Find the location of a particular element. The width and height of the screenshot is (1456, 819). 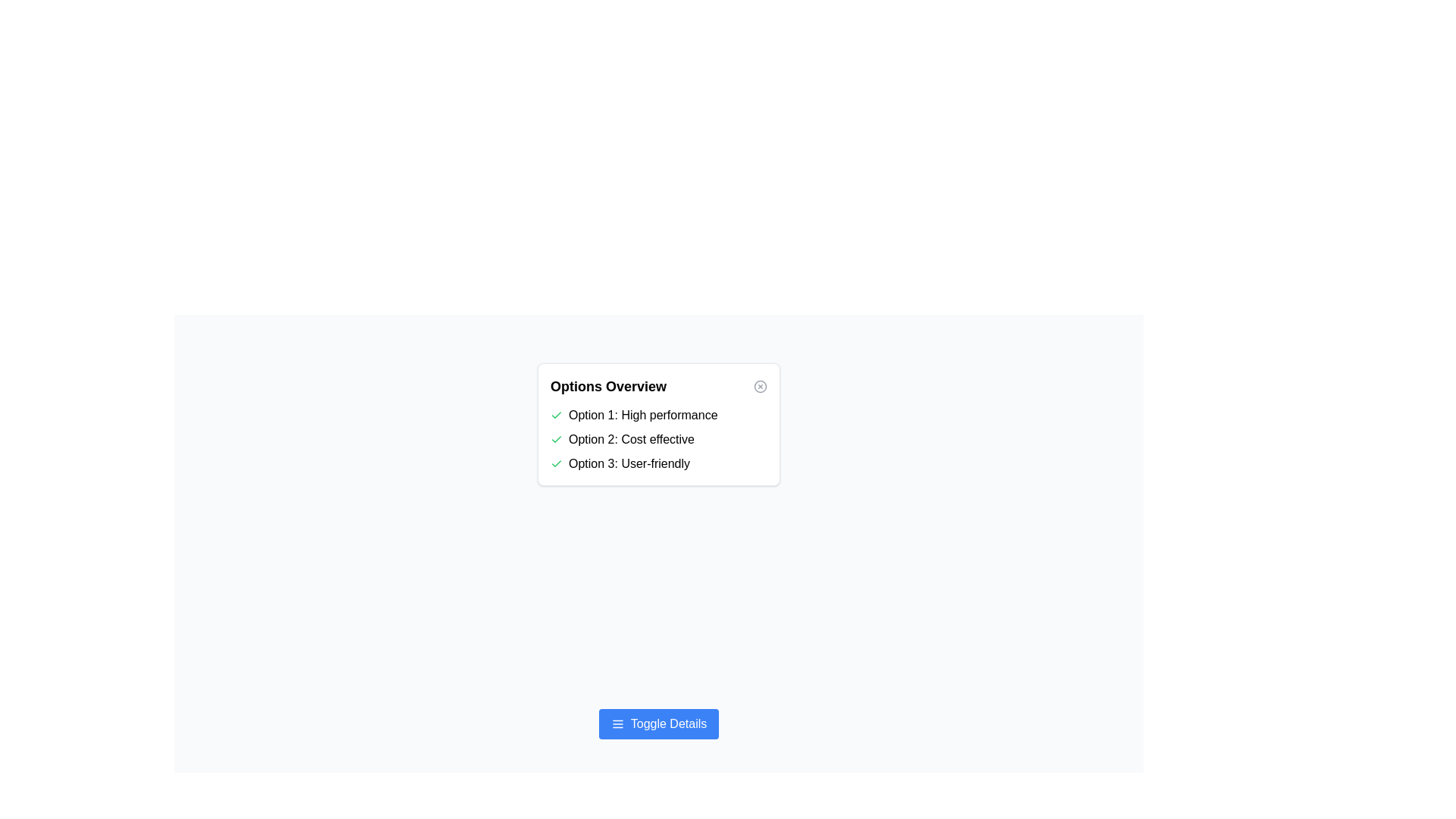

the text label displaying 'High performance' in the 'Options Overview' card, which is the first option in the selectable list is located at coordinates (643, 415).